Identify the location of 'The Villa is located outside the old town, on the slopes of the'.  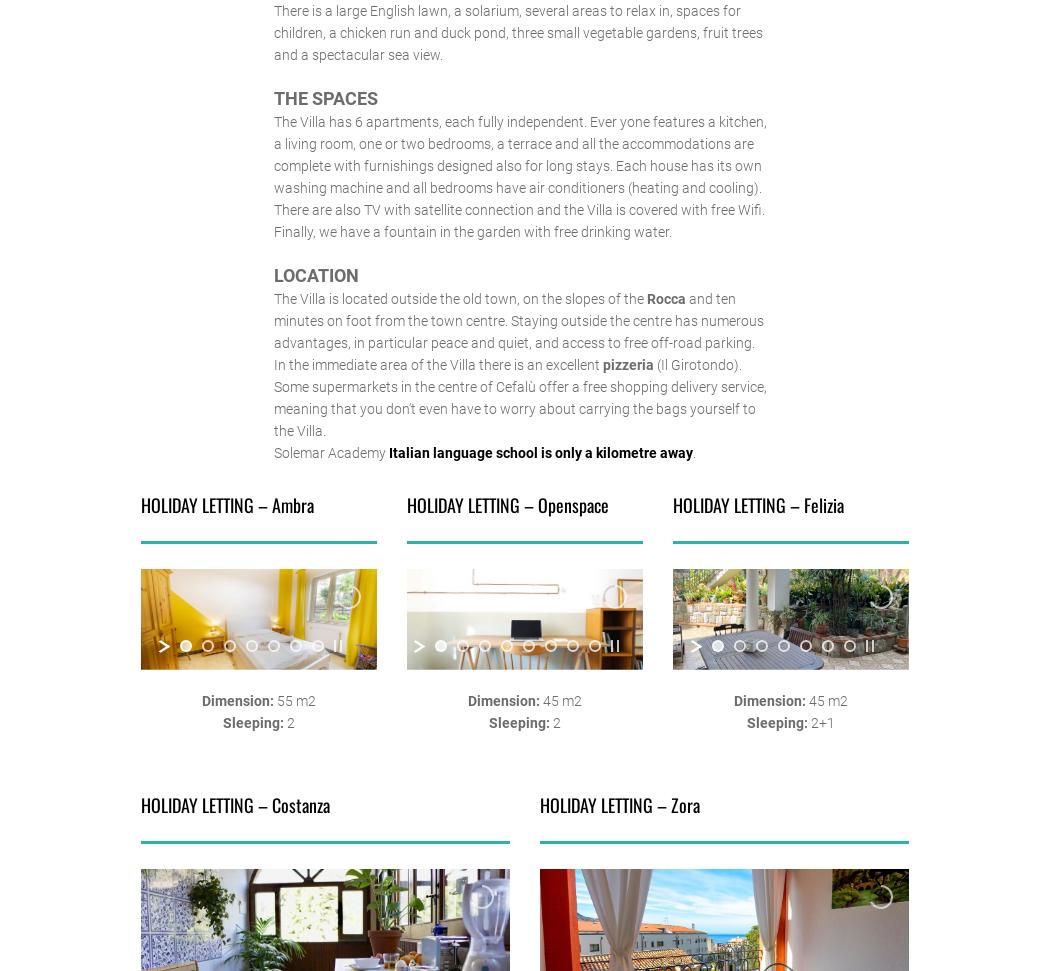
(459, 296).